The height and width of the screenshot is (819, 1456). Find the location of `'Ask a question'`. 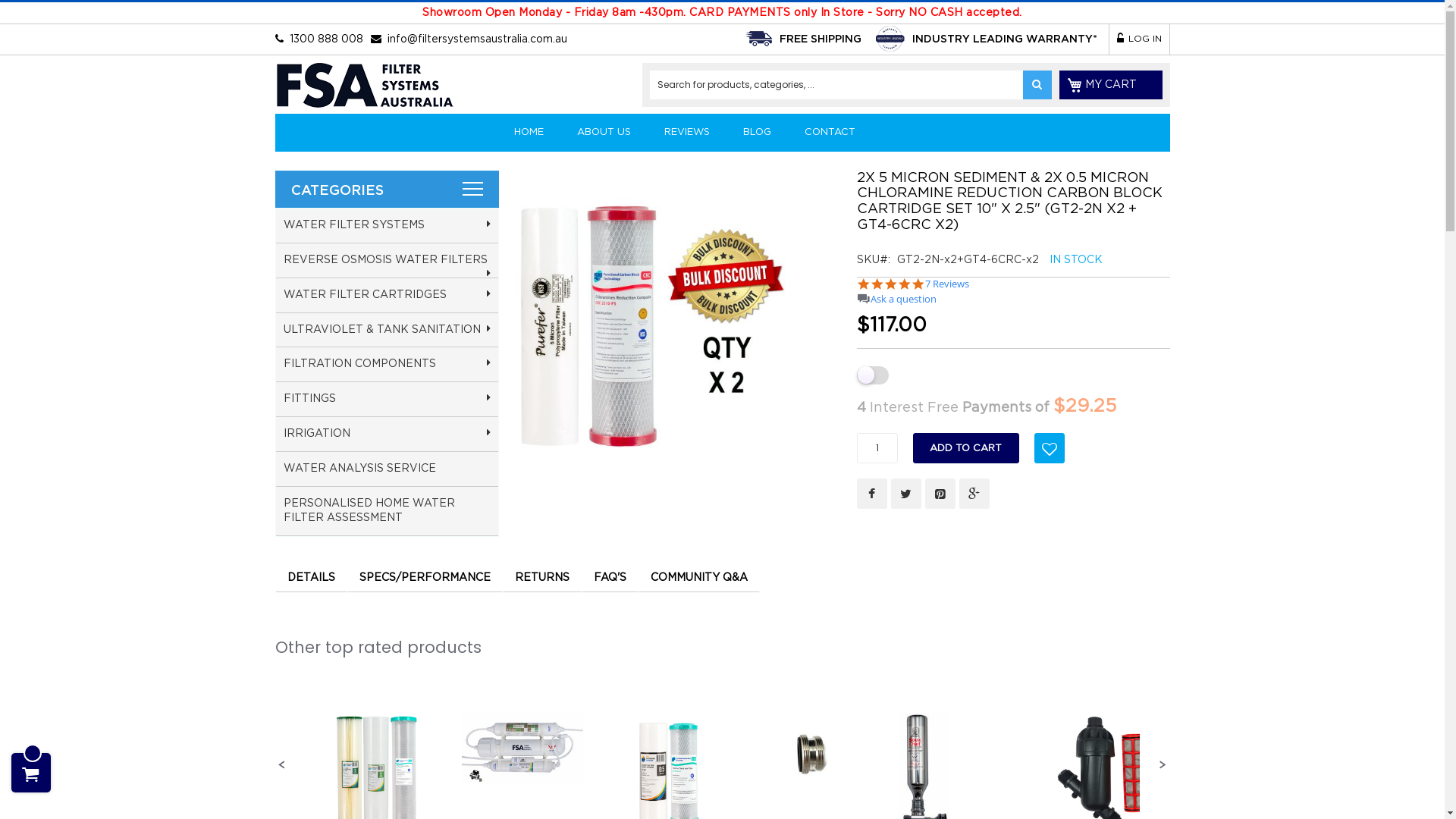

'Ask a question' is located at coordinates (903, 299).